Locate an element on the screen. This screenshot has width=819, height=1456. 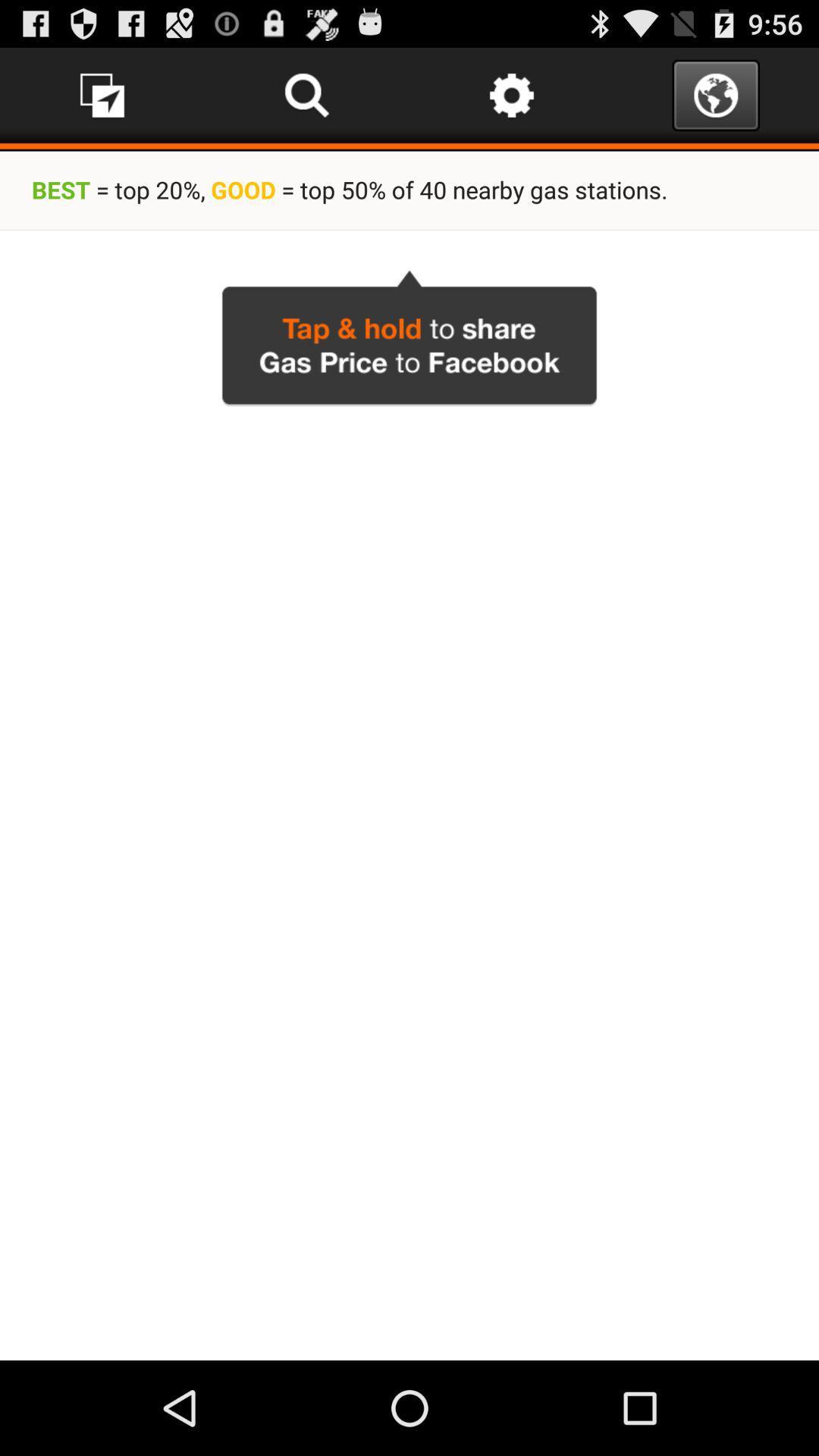
the music icon is located at coordinates (102, 101).